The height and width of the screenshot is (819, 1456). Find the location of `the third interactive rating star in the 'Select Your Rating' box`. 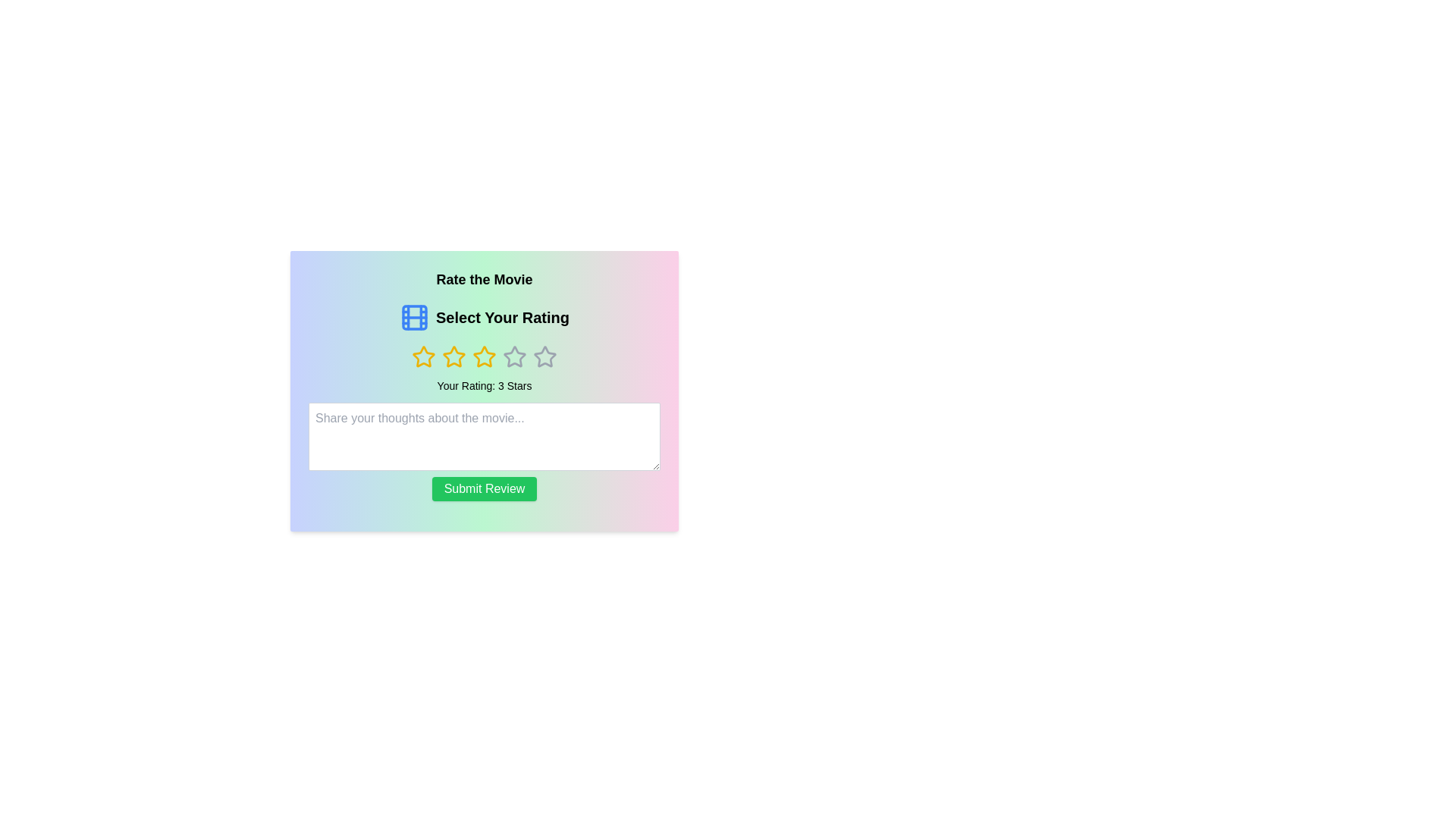

the third interactive rating star in the 'Select Your Rating' box is located at coordinates (453, 356).